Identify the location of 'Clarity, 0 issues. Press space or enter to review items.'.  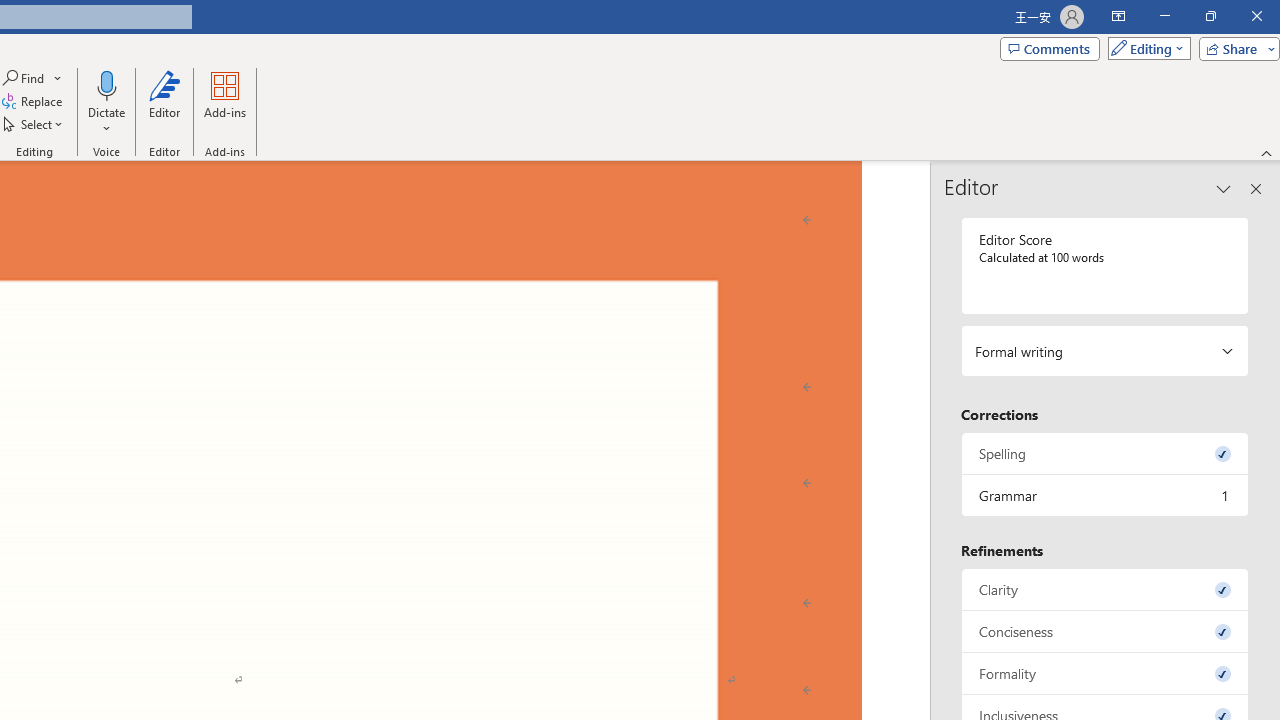
(1104, 588).